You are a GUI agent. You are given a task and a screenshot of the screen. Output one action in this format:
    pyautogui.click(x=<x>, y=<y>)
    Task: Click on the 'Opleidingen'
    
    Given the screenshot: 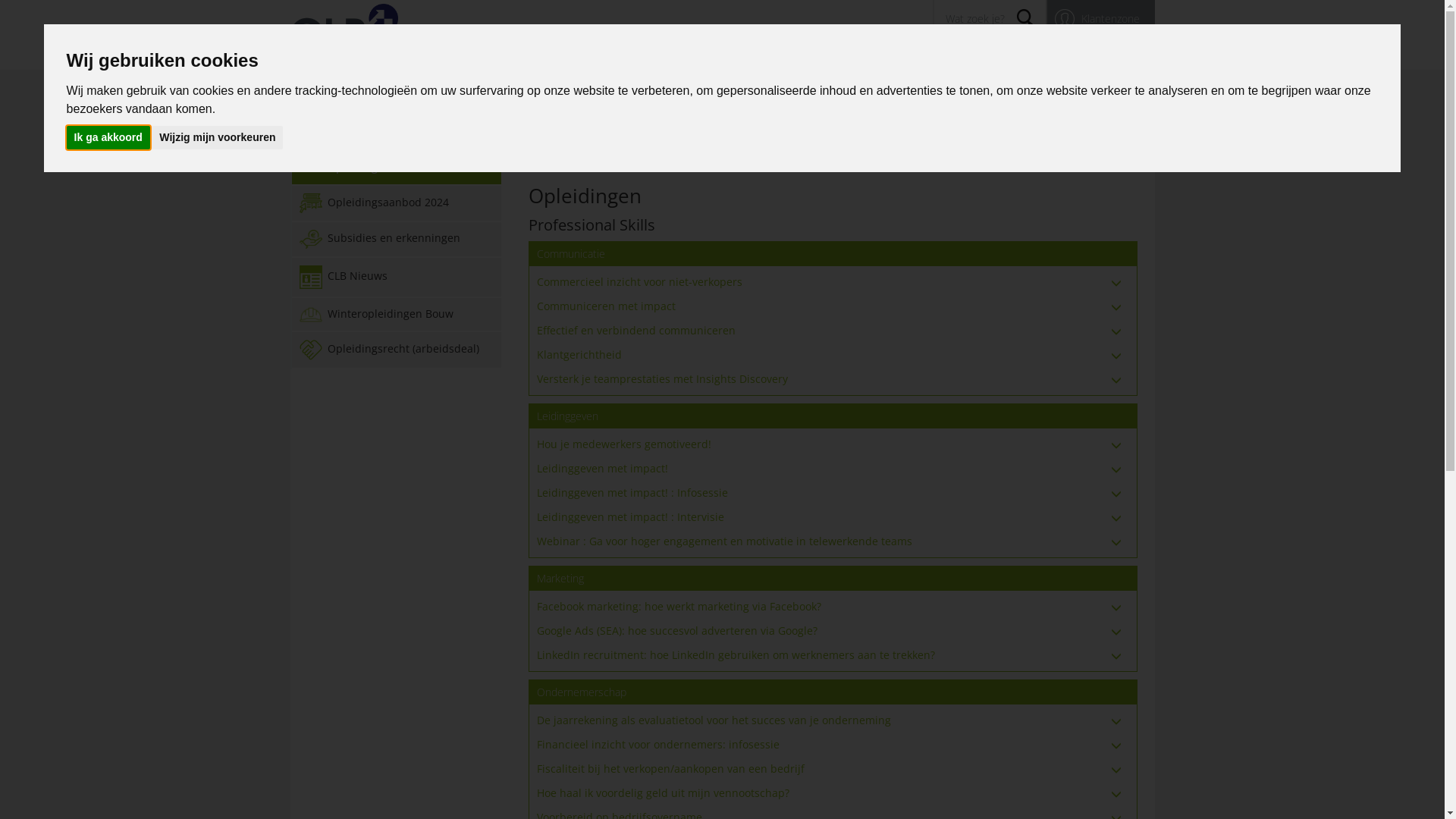 What is the action you would take?
    pyautogui.click(x=396, y=168)
    